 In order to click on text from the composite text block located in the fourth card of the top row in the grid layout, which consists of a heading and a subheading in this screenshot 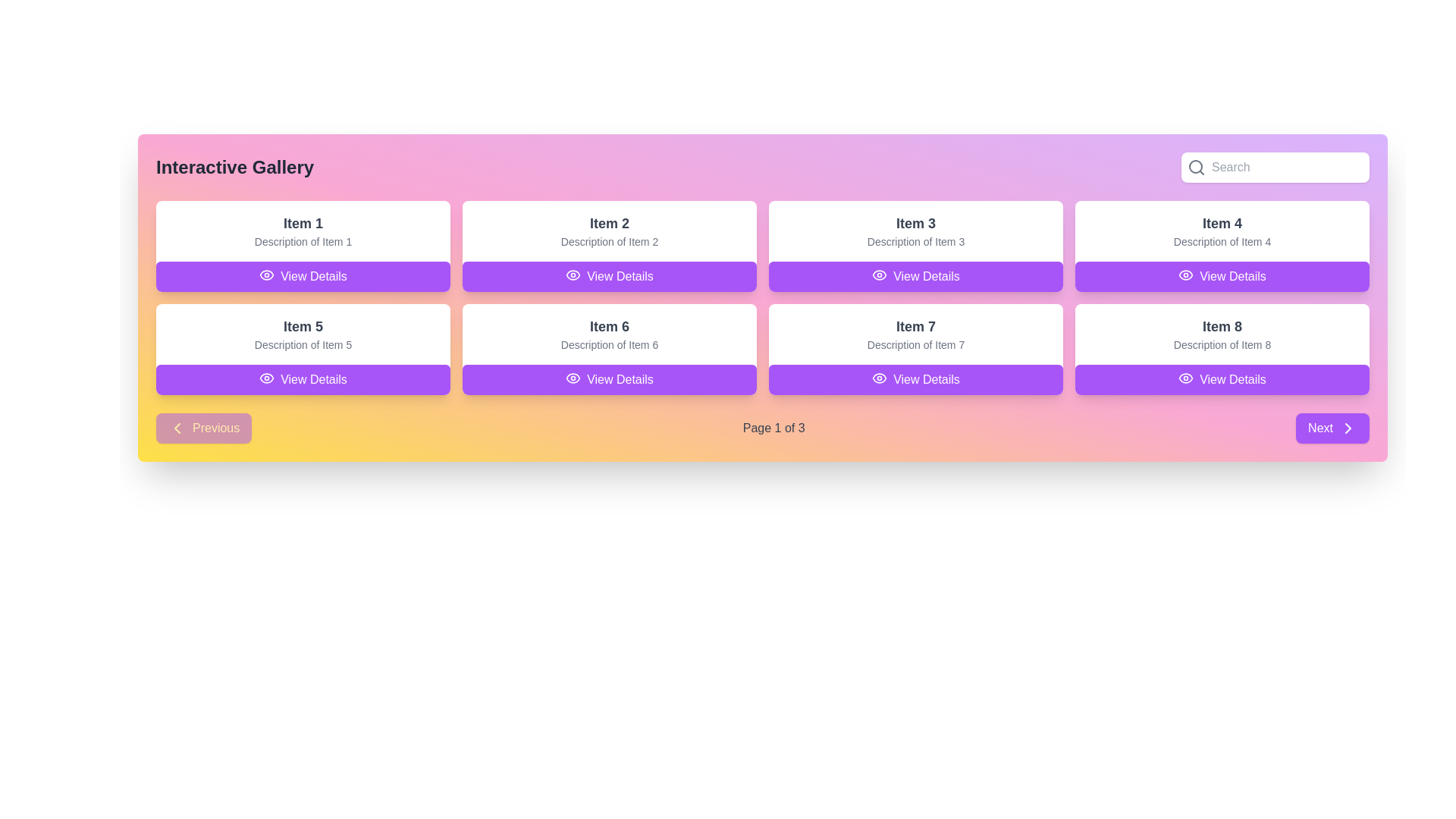, I will do `click(1222, 231)`.